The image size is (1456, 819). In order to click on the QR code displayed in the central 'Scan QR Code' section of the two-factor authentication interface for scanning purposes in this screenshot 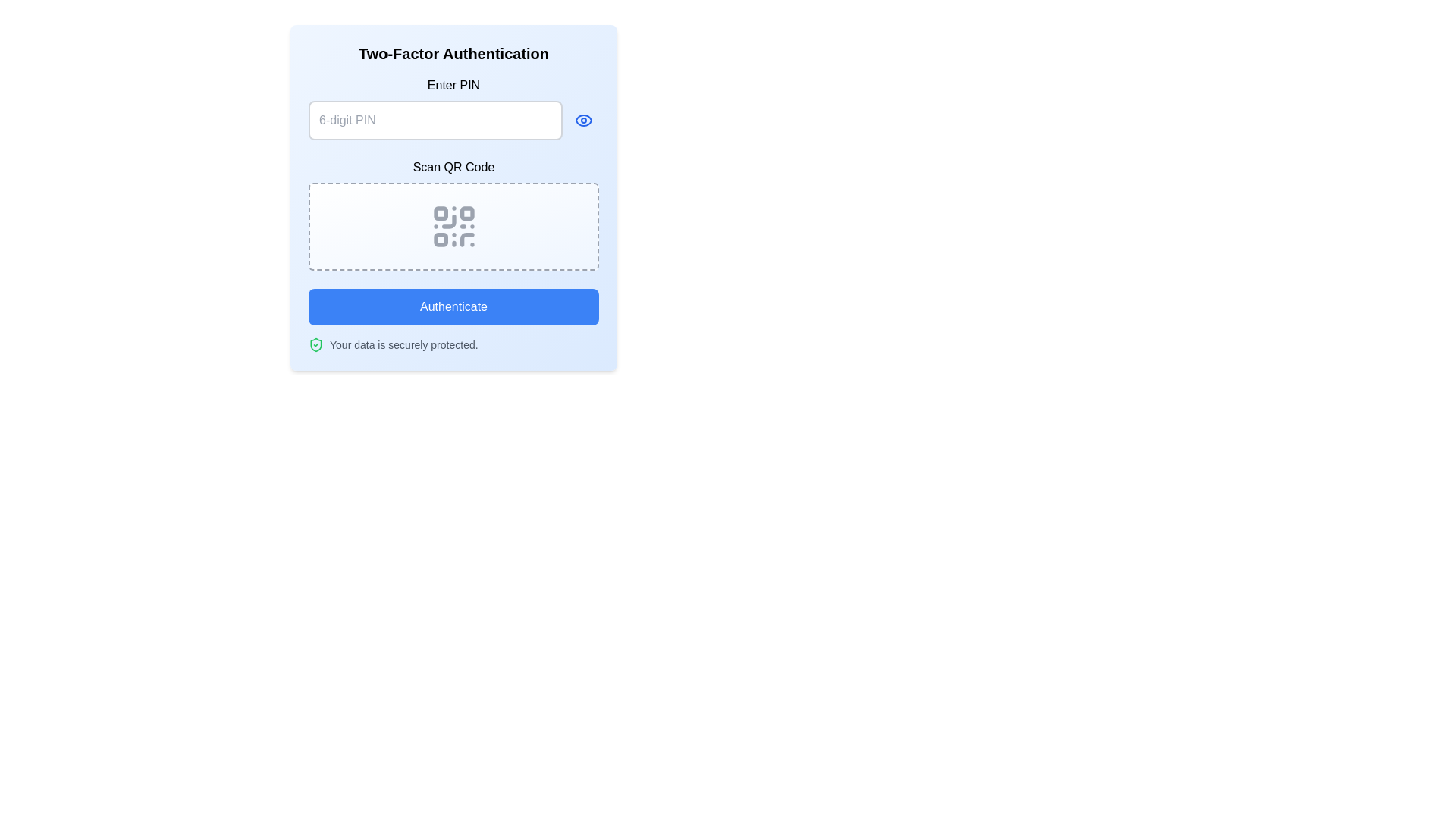, I will do `click(453, 197)`.